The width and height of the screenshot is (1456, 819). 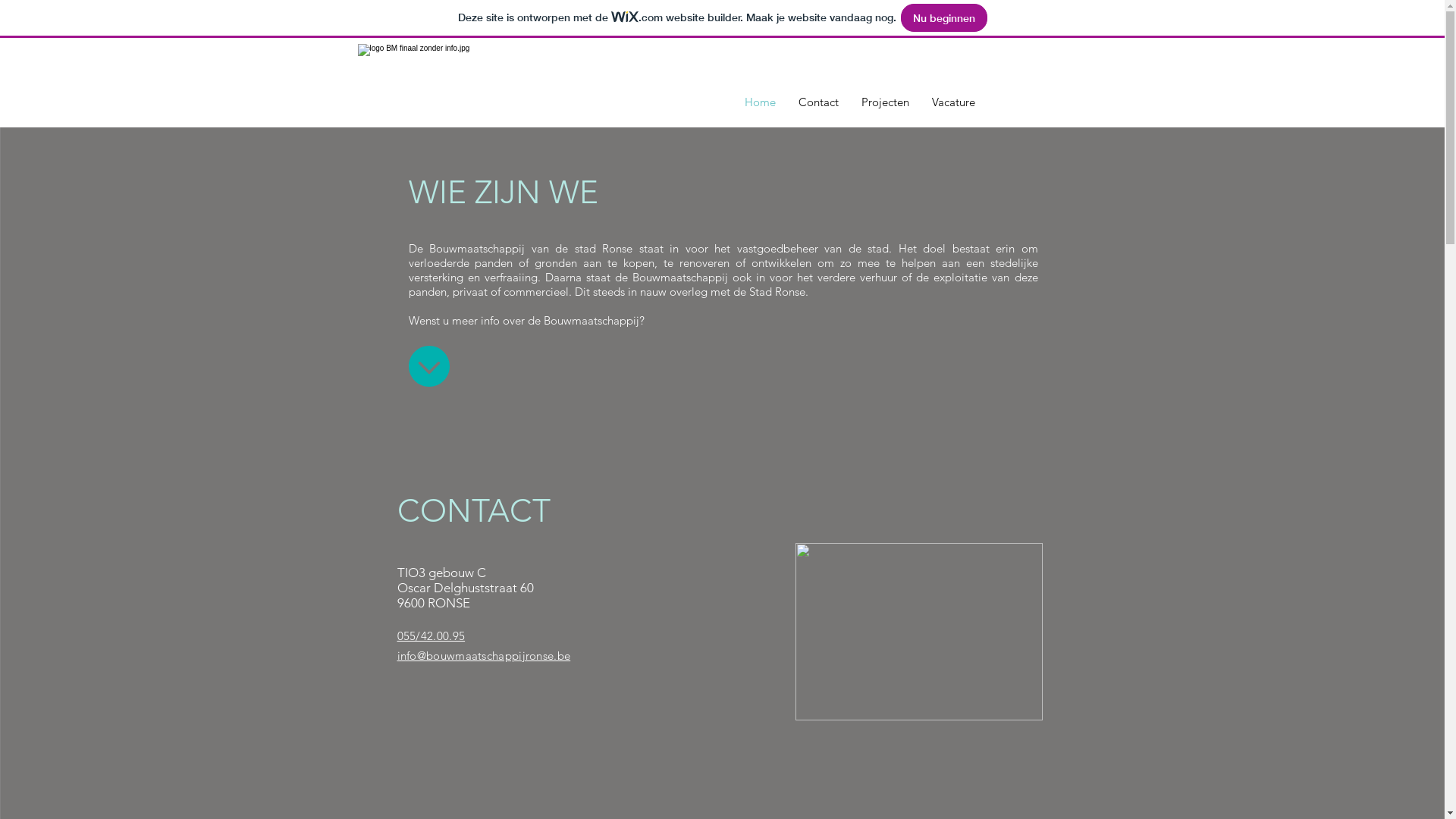 I want to click on 'Contact', so click(x=817, y=102).